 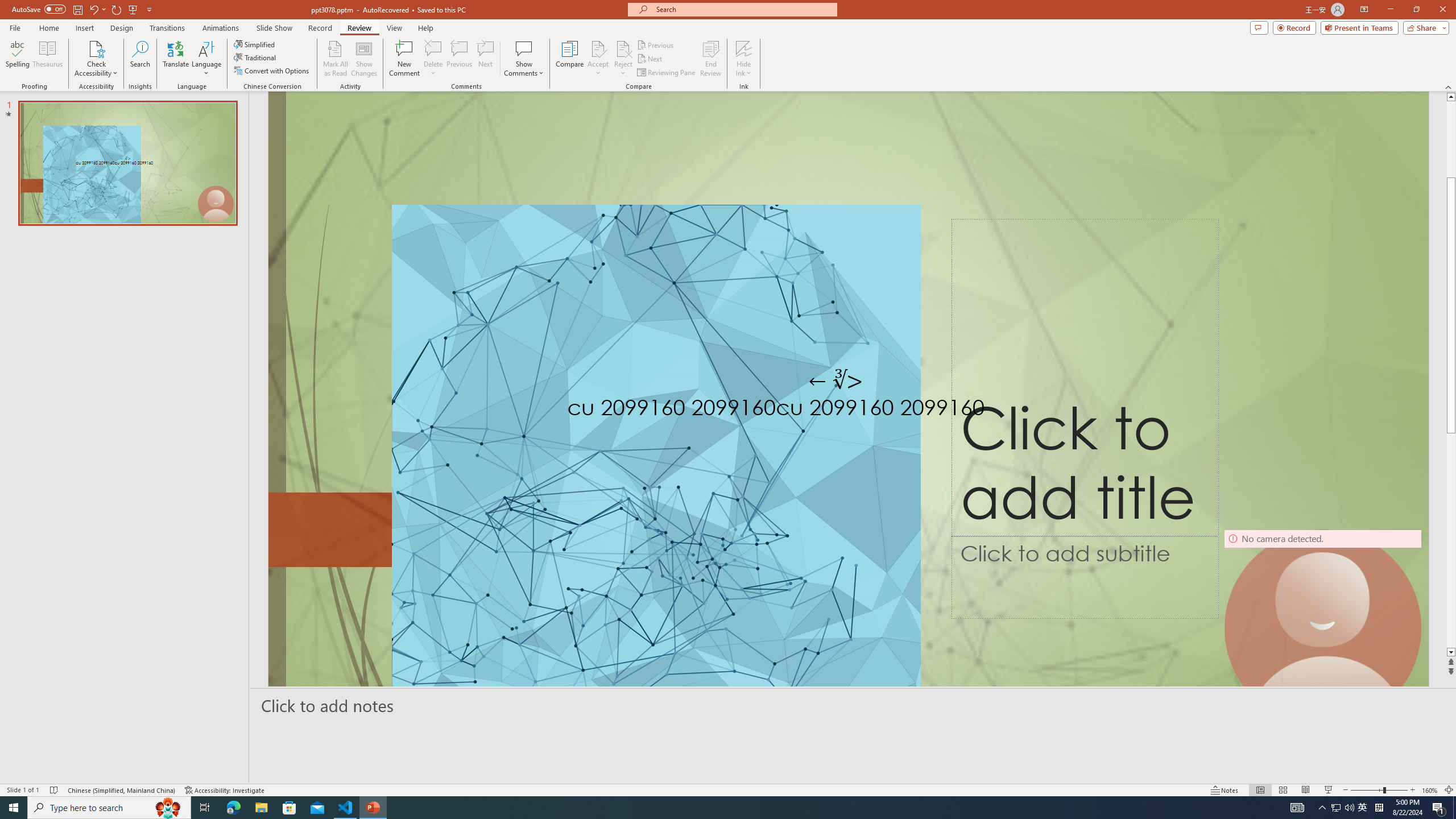 What do you see at coordinates (47, 59) in the screenshot?
I see `'Thesaurus...'` at bounding box center [47, 59].